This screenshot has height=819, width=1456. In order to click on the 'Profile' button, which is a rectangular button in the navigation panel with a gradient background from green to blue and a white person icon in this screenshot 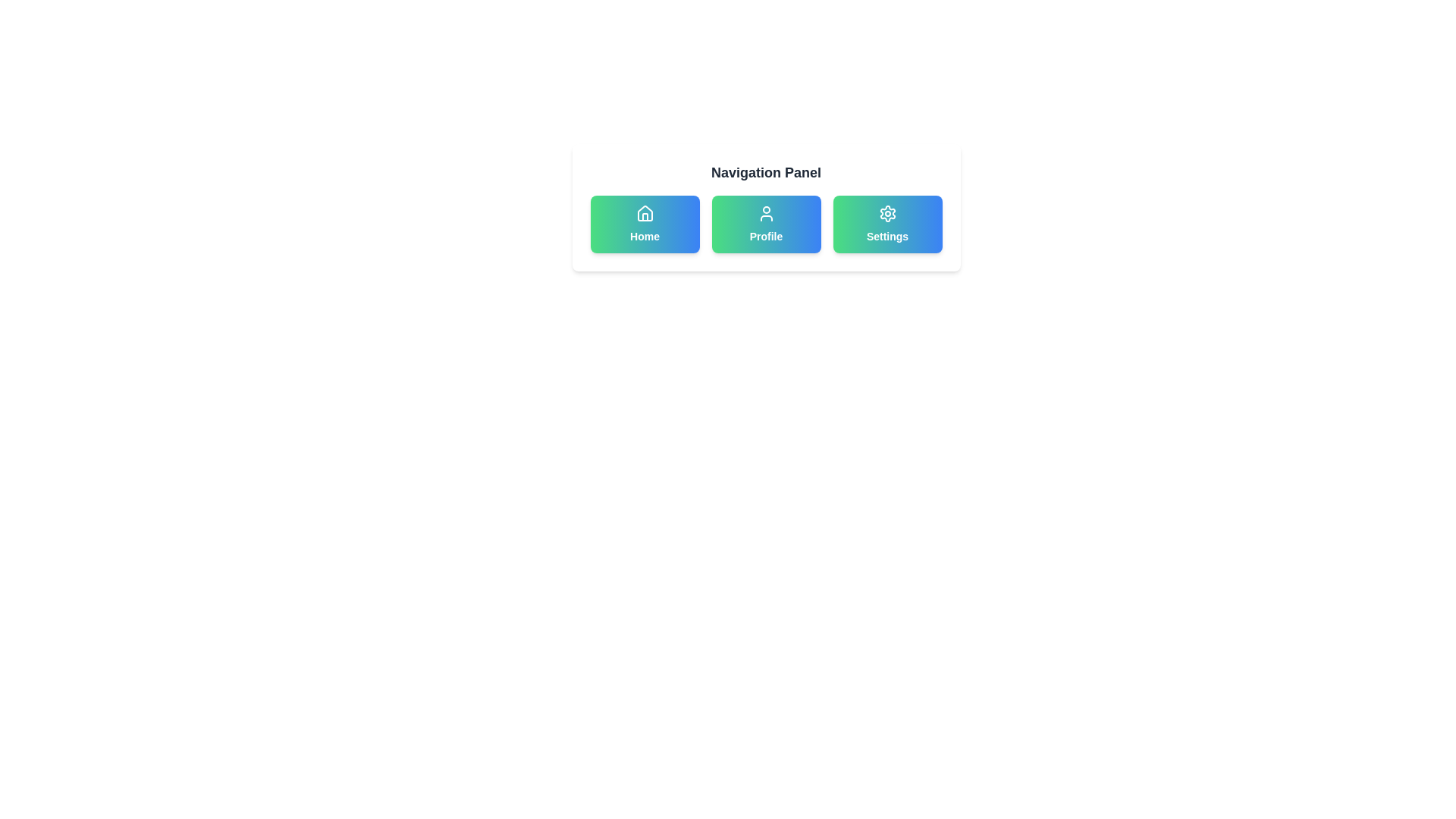, I will do `click(766, 224)`.